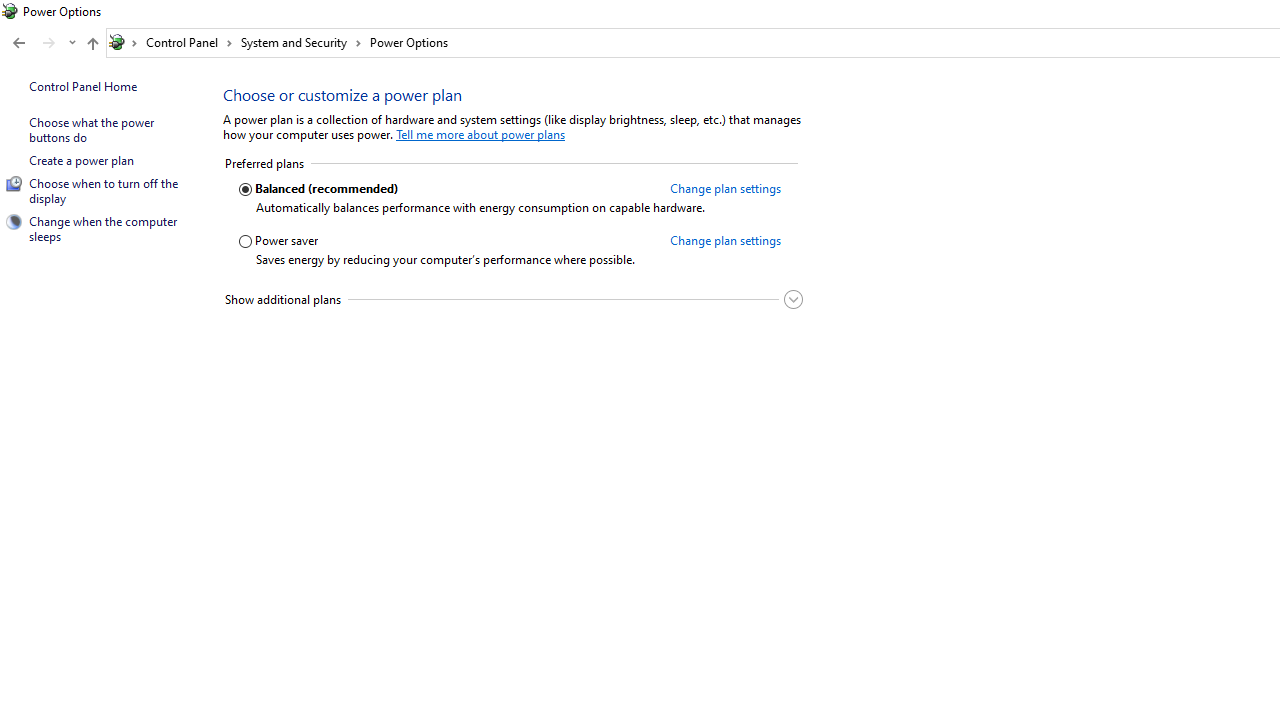 This screenshot has height=720, width=1280. Describe the element at coordinates (91, 129) in the screenshot. I see `'Choose what the power buttons do'` at that location.